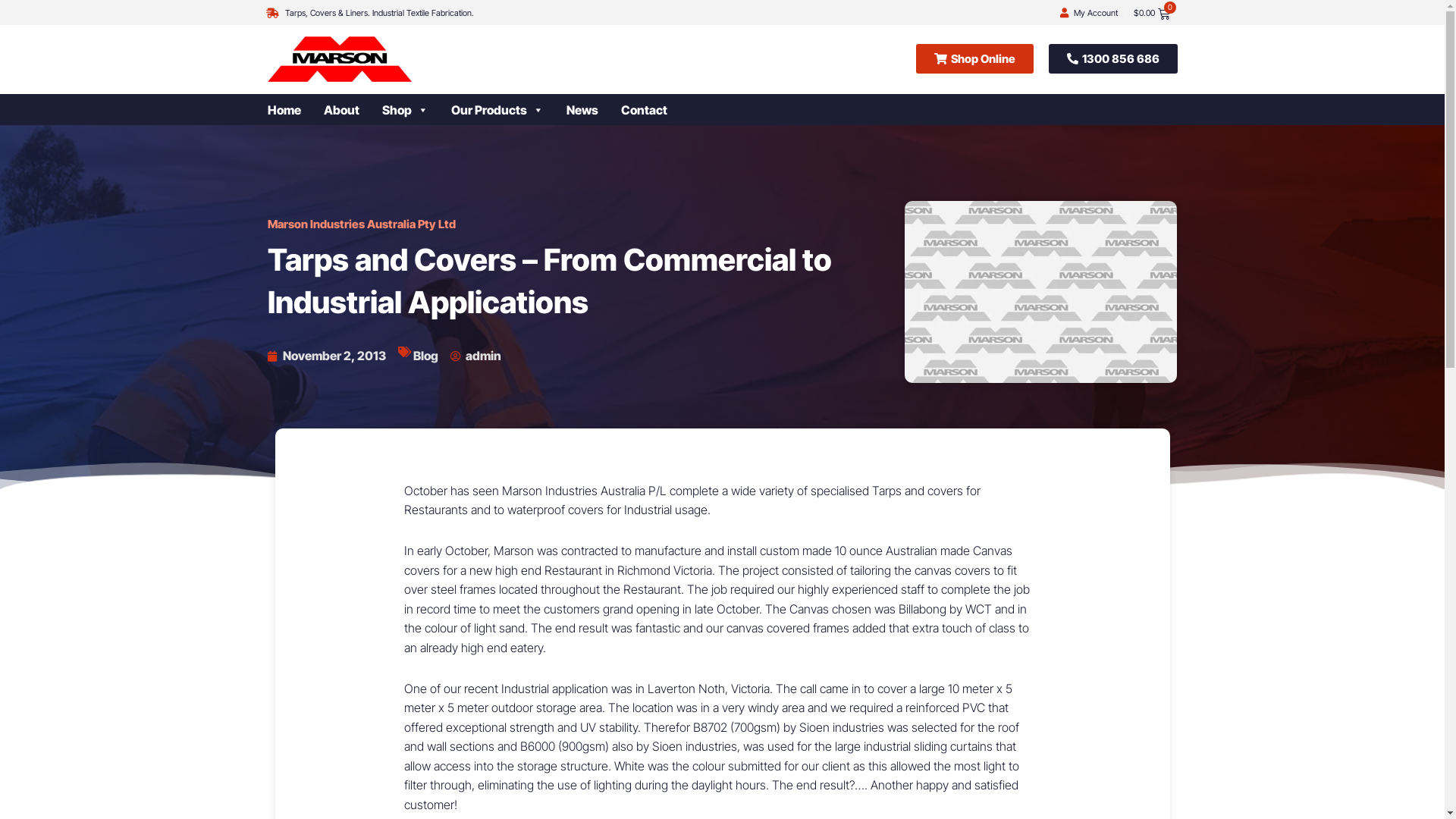 Image resolution: width=1456 pixels, height=819 pixels. What do you see at coordinates (416, 109) in the screenshot?
I see `'Shop'` at bounding box center [416, 109].